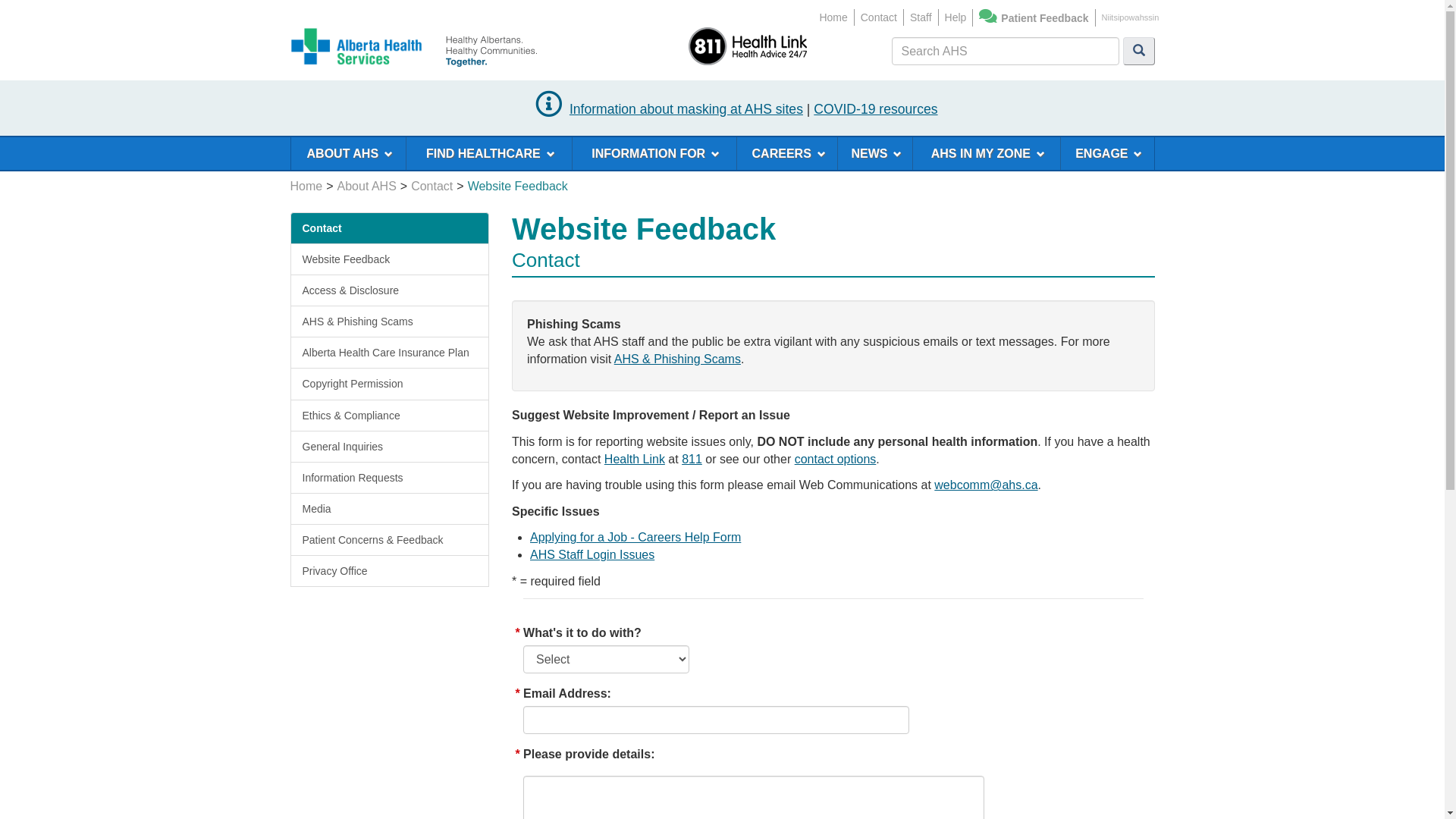 The height and width of the screenshot is (819, 1456). What do you see at coordinates (691, 458) in the screenshot?
I see `'811'` at bounding box center [691, 458].